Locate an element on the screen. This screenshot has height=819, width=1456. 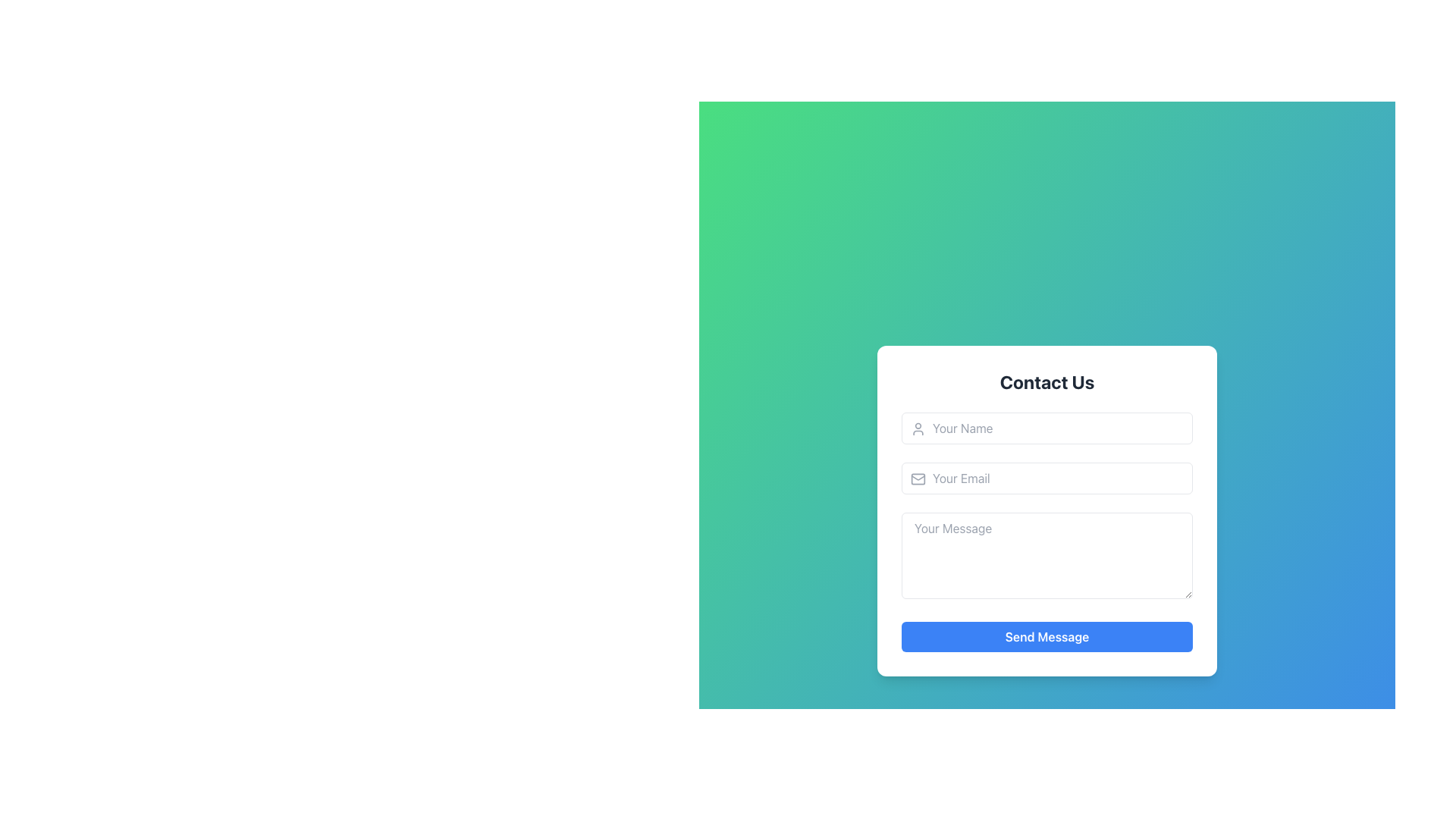
the text label that serves as the title or header for the form, located at the top of the vertically arranged form card is located at coordinates (1046, 381).